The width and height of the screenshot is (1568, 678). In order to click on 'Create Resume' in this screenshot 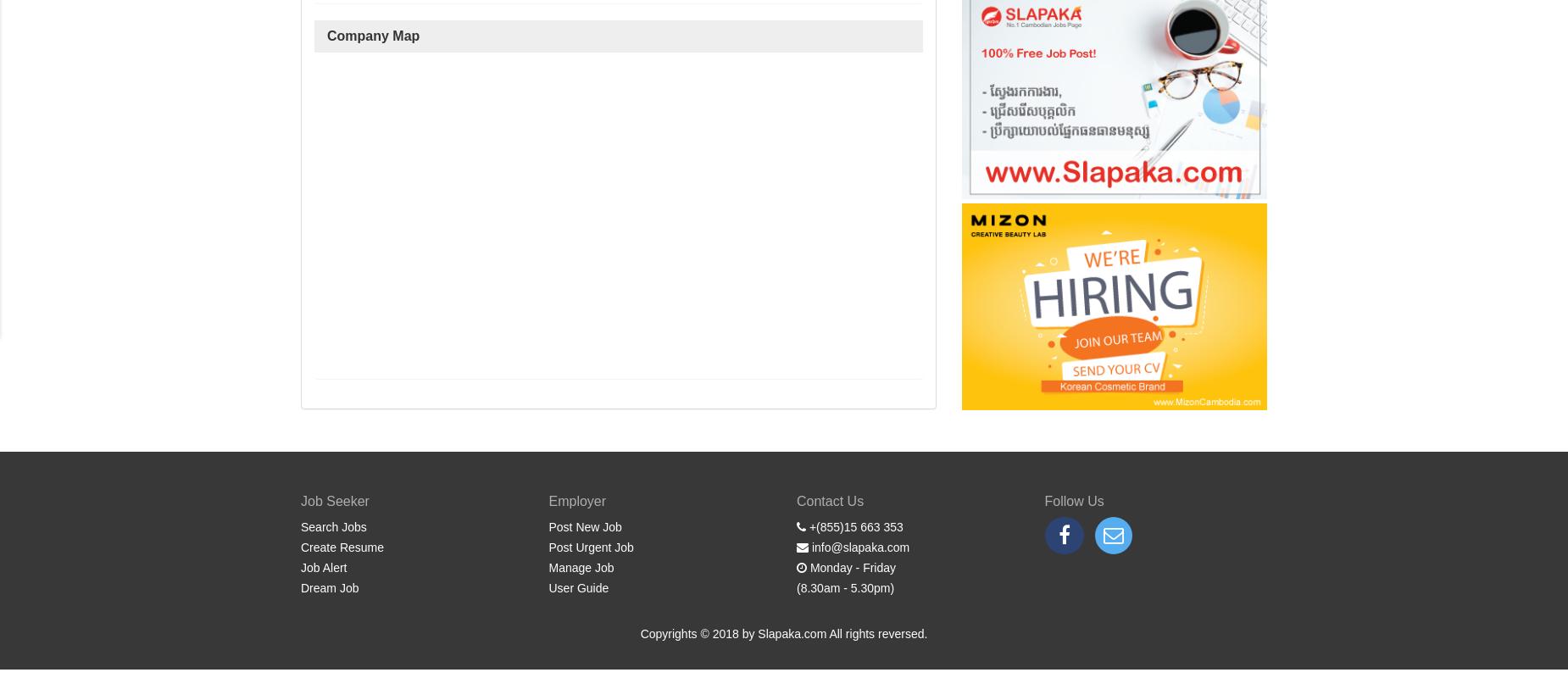, I will do `click(342, 547)`.